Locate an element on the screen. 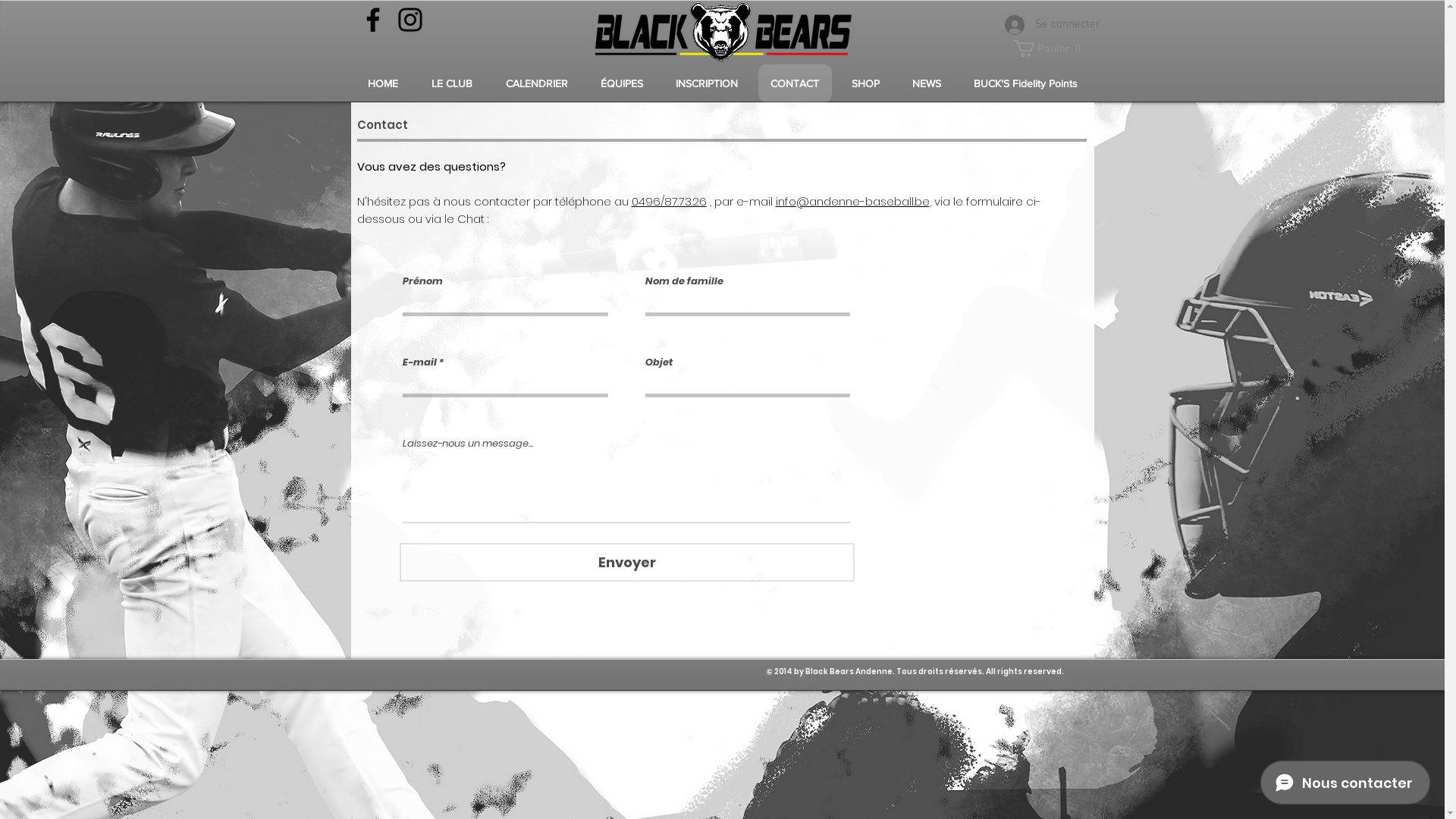  '0496/87.73.26' is located at coordinates (667, 200).